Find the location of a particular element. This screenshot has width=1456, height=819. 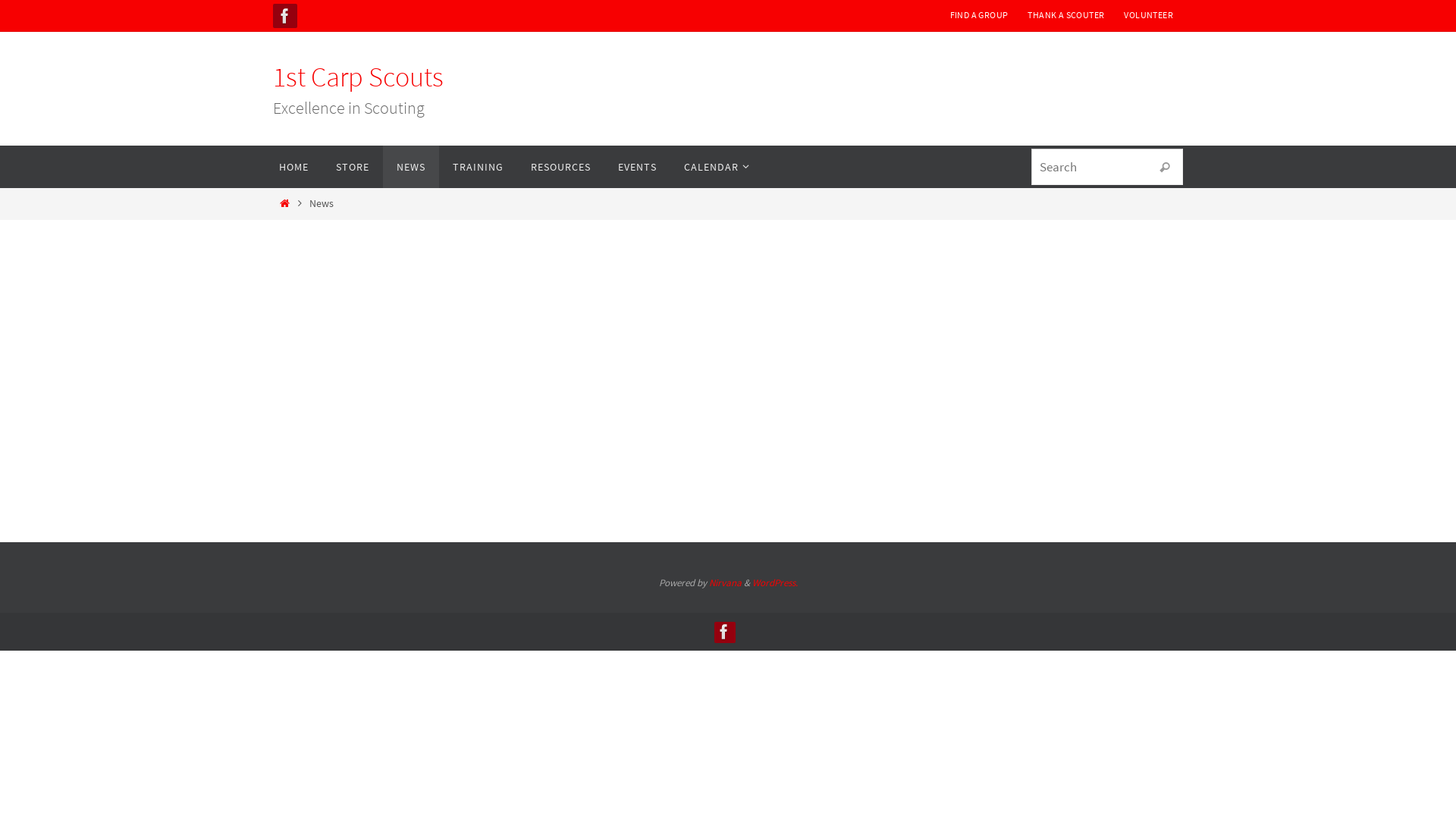

'EVENTS' is located at coordinates (603, 166).